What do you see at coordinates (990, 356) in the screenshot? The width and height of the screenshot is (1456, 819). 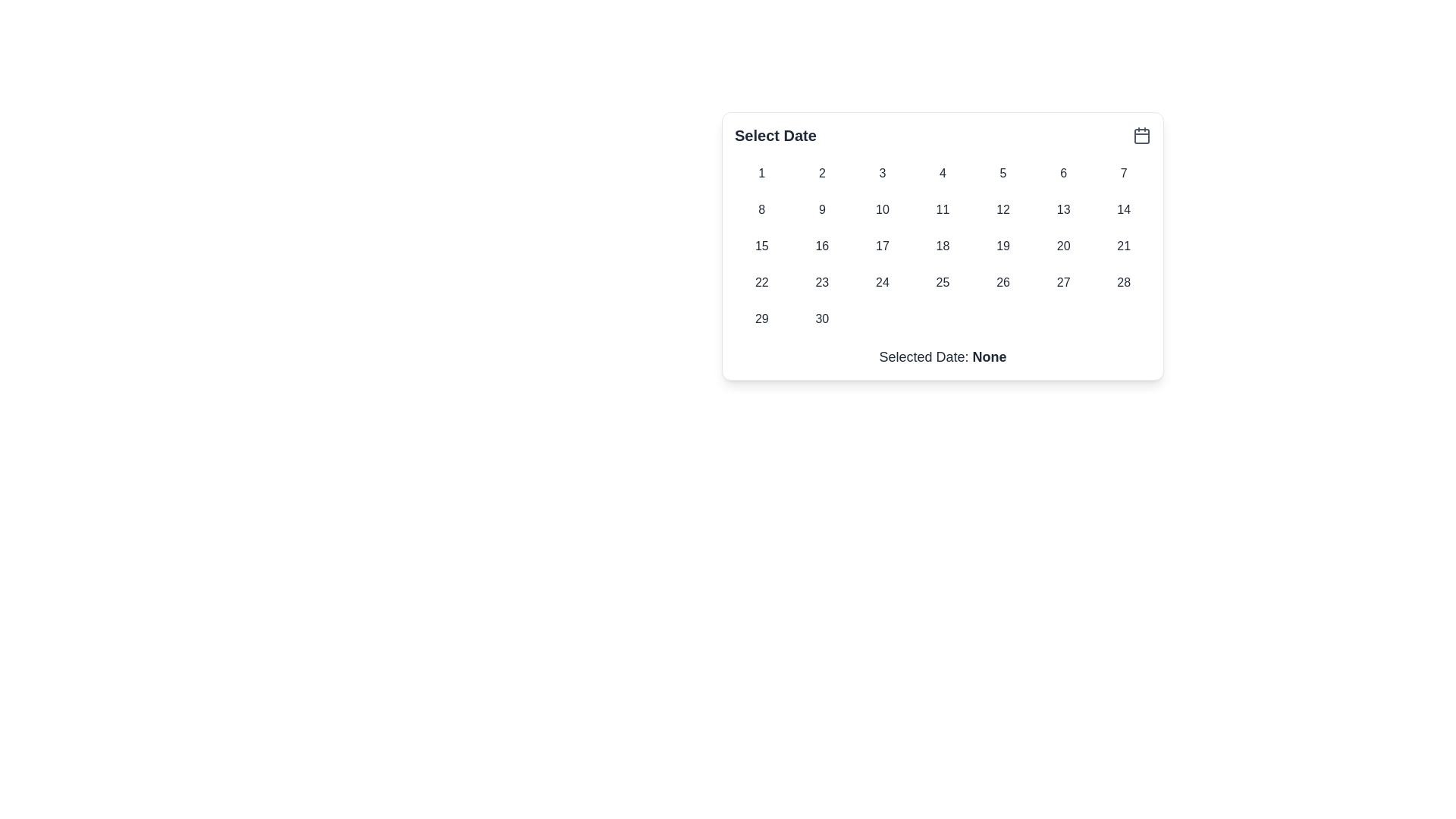 I see `the text label indicating the currently selected date, which currently displays 'None', located to the right of the 'Selected Date:' in the date picker dialog box` at bounding box center [990, 356].